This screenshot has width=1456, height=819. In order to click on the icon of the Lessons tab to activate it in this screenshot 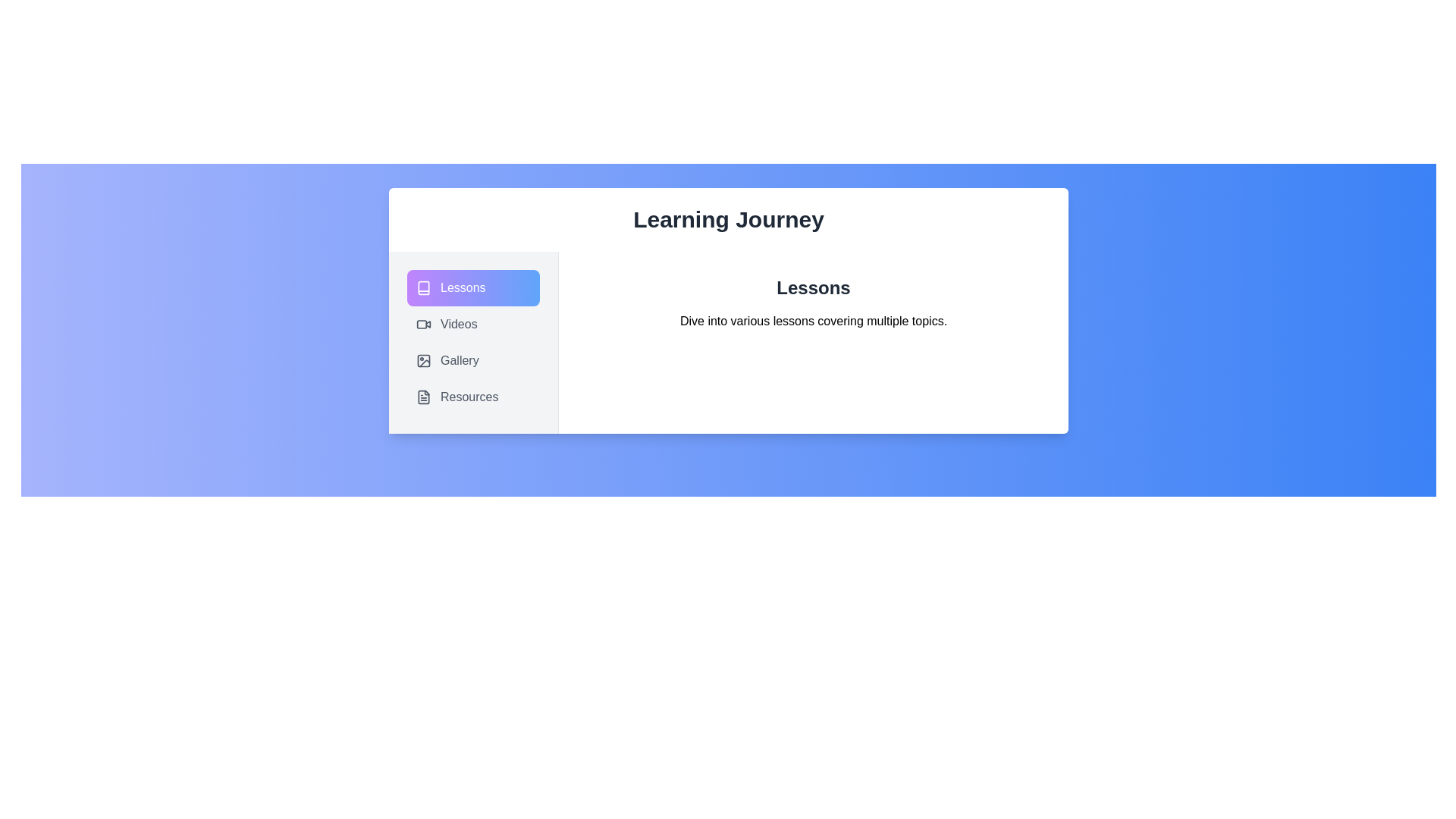, I will do `click(423, 288)`.